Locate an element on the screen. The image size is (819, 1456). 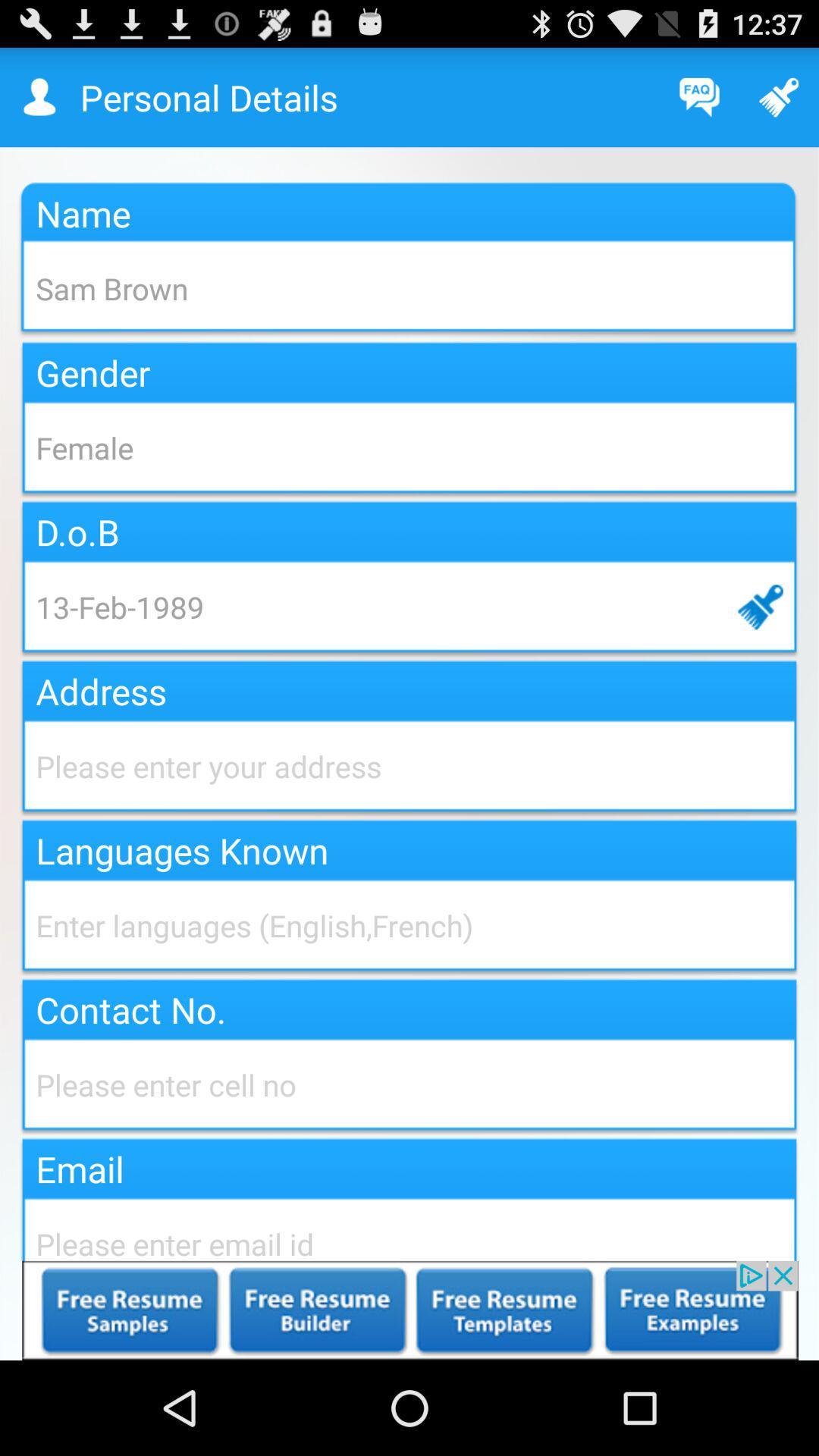
frequently asked question is located at coordinates (699, 96).